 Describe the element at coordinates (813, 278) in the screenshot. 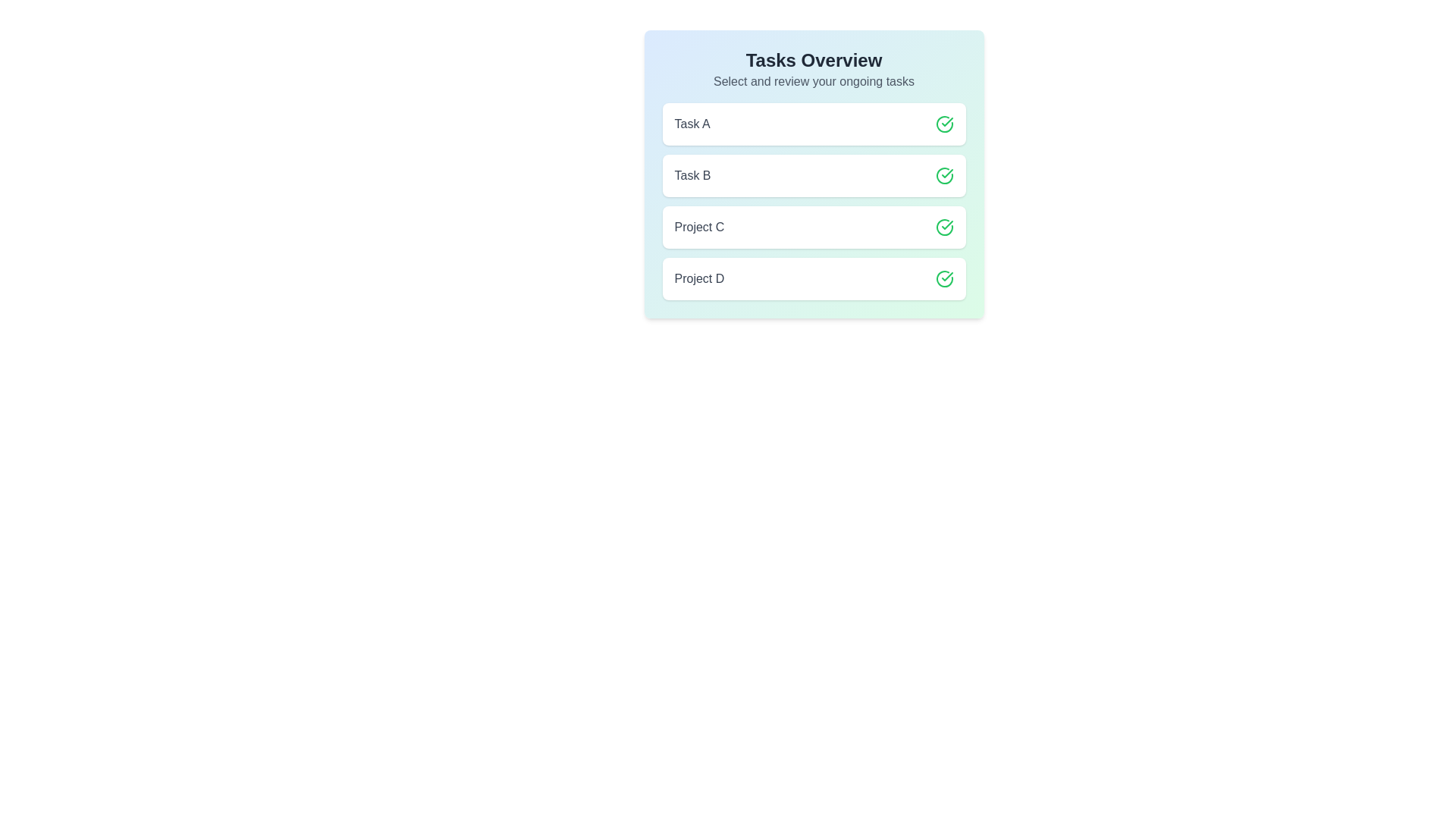

I see `the item Project D from the list` at that location.